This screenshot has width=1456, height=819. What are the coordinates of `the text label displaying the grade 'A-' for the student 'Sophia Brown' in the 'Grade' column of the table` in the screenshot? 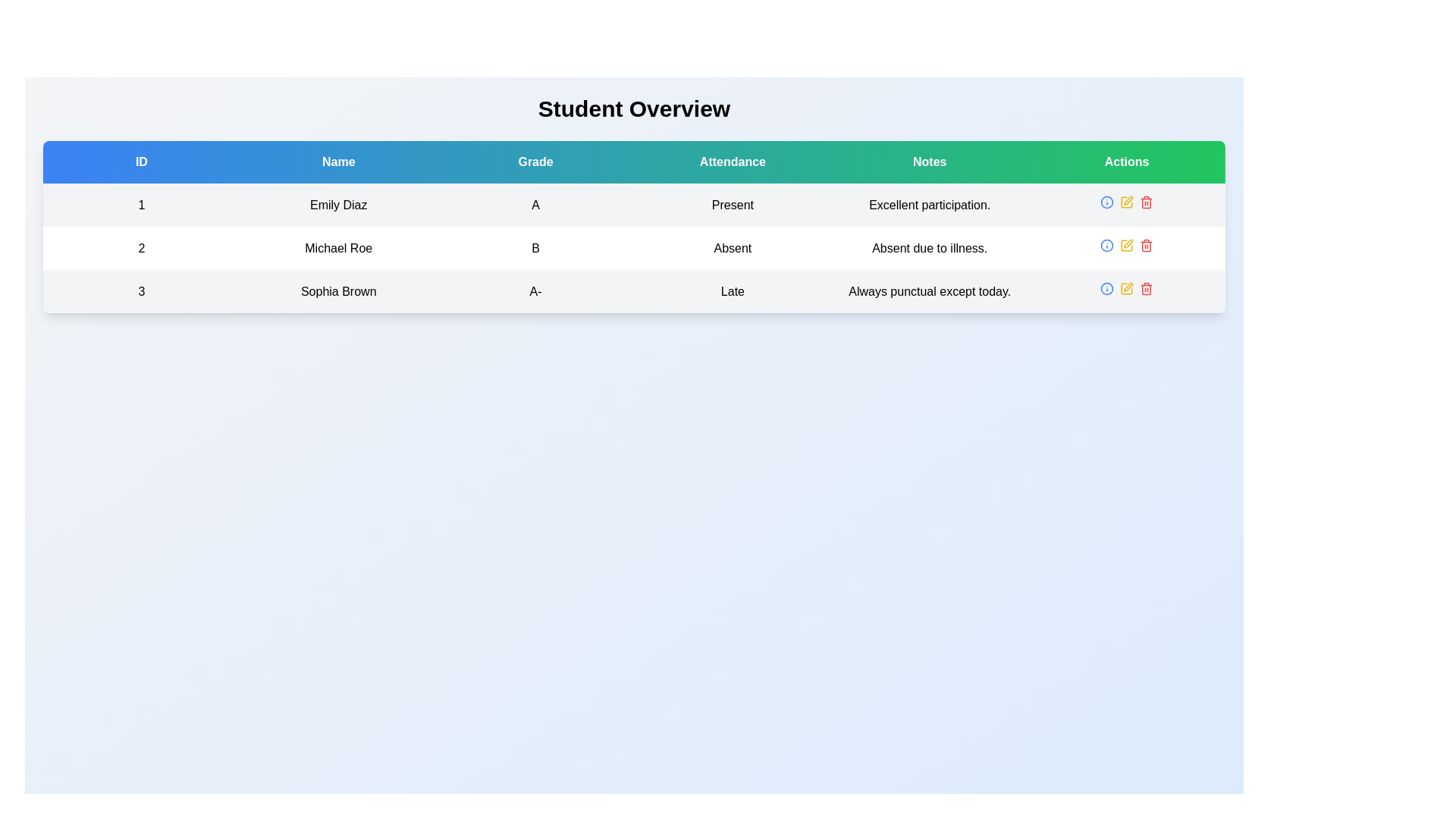 It's located at (535, 291).